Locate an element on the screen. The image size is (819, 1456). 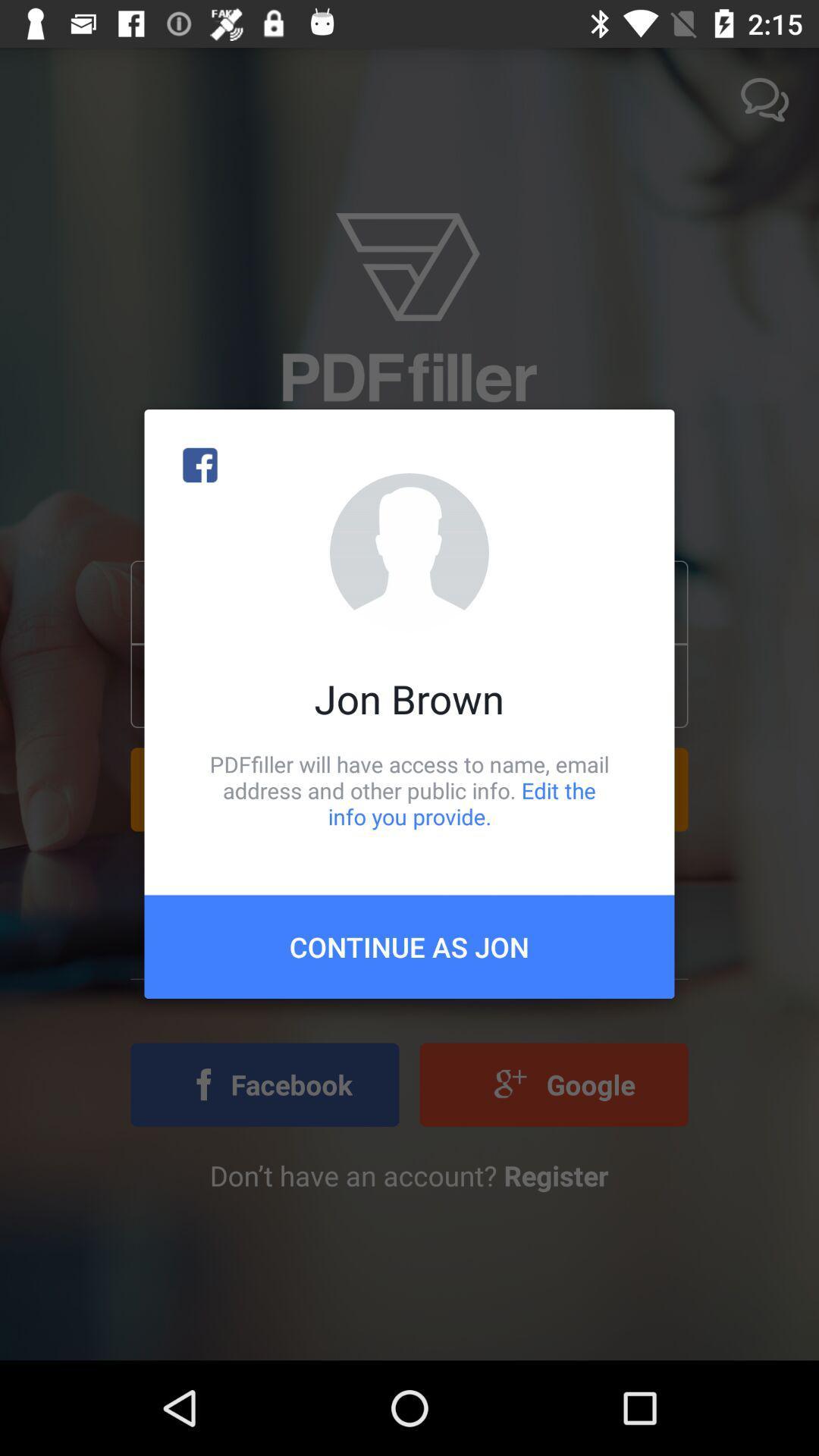
continue as jon is located at coordinates (409, 946).